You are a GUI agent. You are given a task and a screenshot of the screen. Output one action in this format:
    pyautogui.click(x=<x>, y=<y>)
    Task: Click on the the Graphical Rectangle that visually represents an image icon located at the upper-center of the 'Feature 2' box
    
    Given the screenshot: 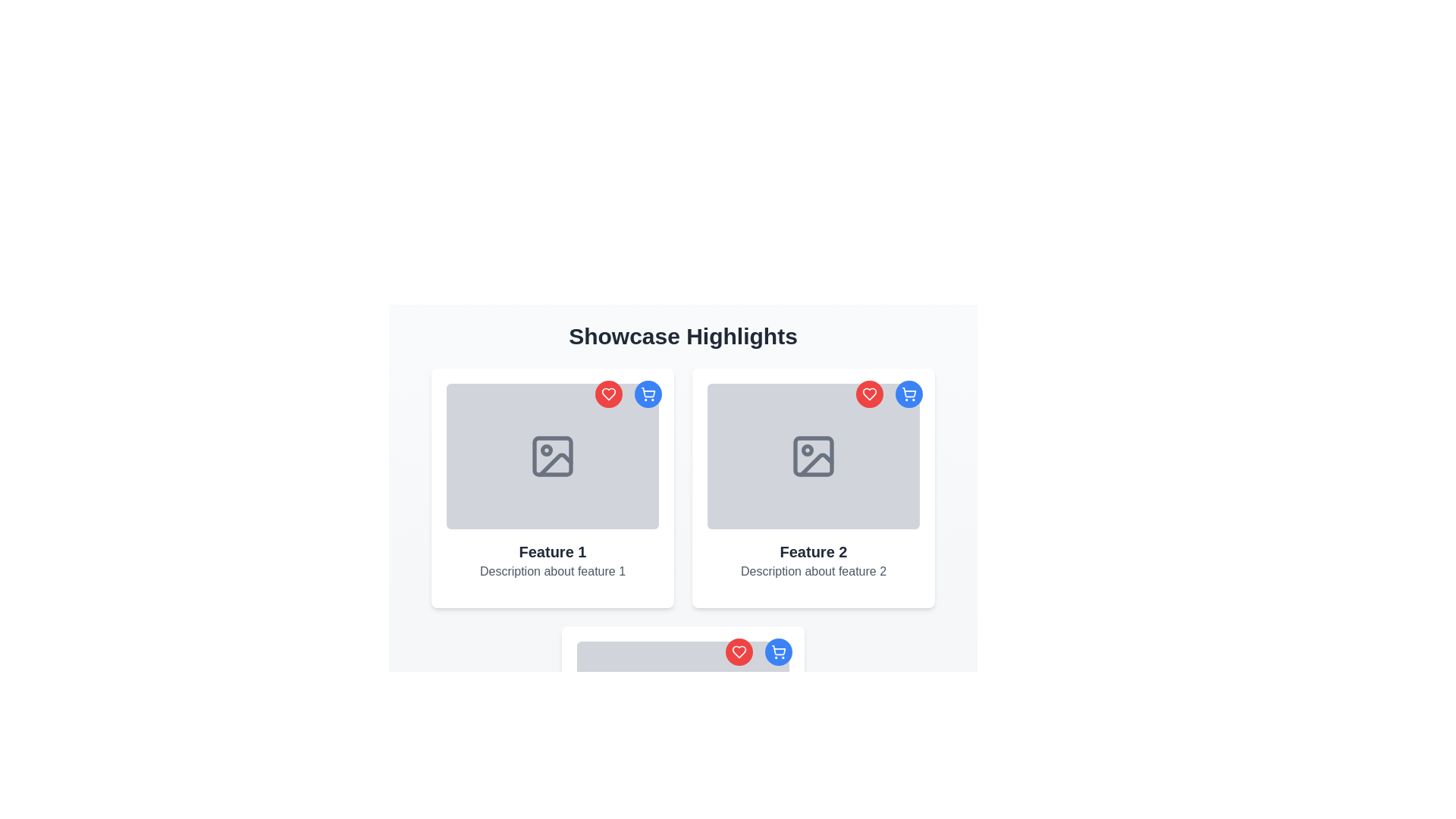 What is the action you would take?
    pyautogui.click(x=813, y=455)
    